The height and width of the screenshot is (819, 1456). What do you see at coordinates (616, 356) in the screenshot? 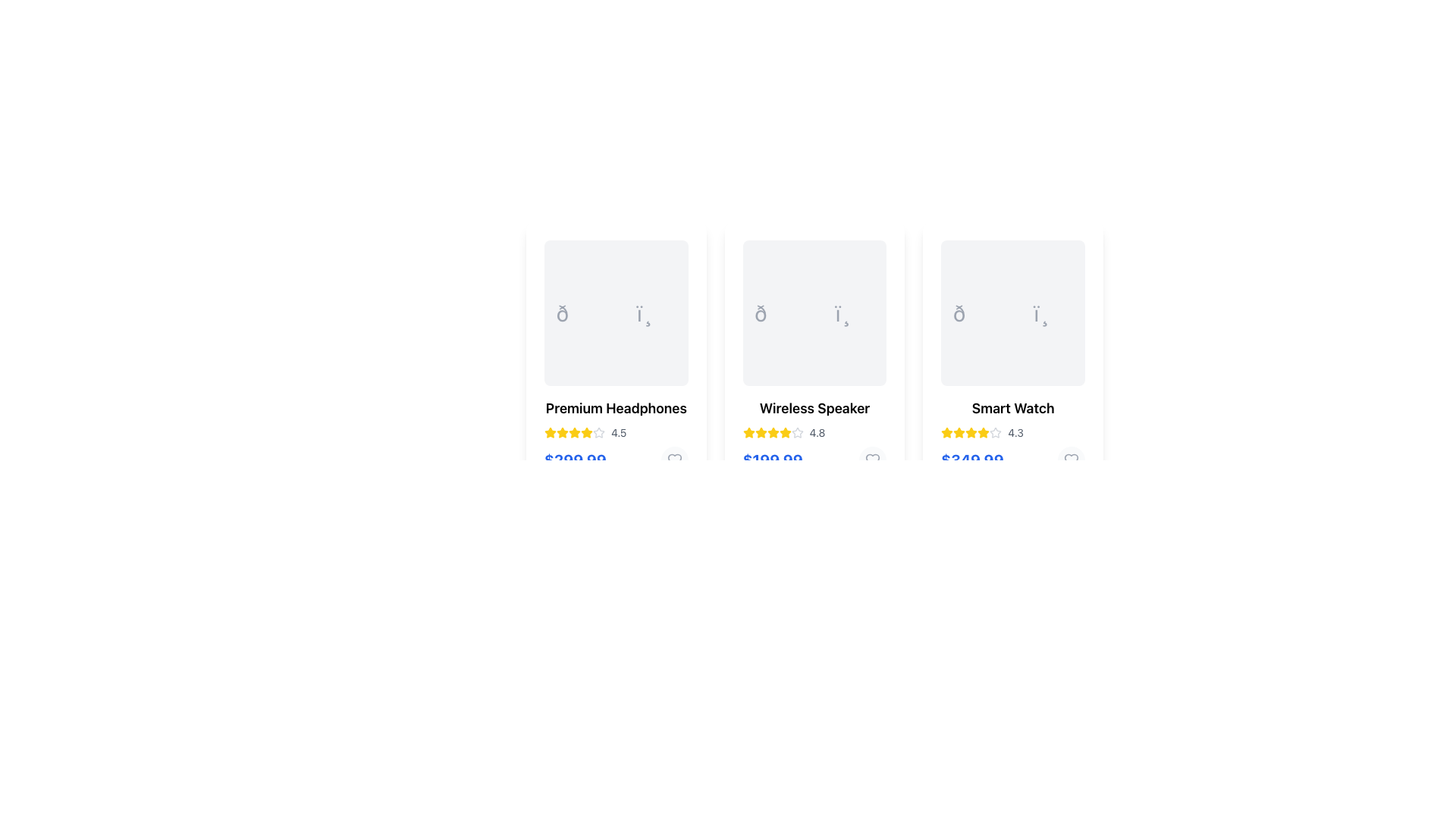
I see `the first product display card in the top-left corner of the grid layout` at bounding box center [616, 356].